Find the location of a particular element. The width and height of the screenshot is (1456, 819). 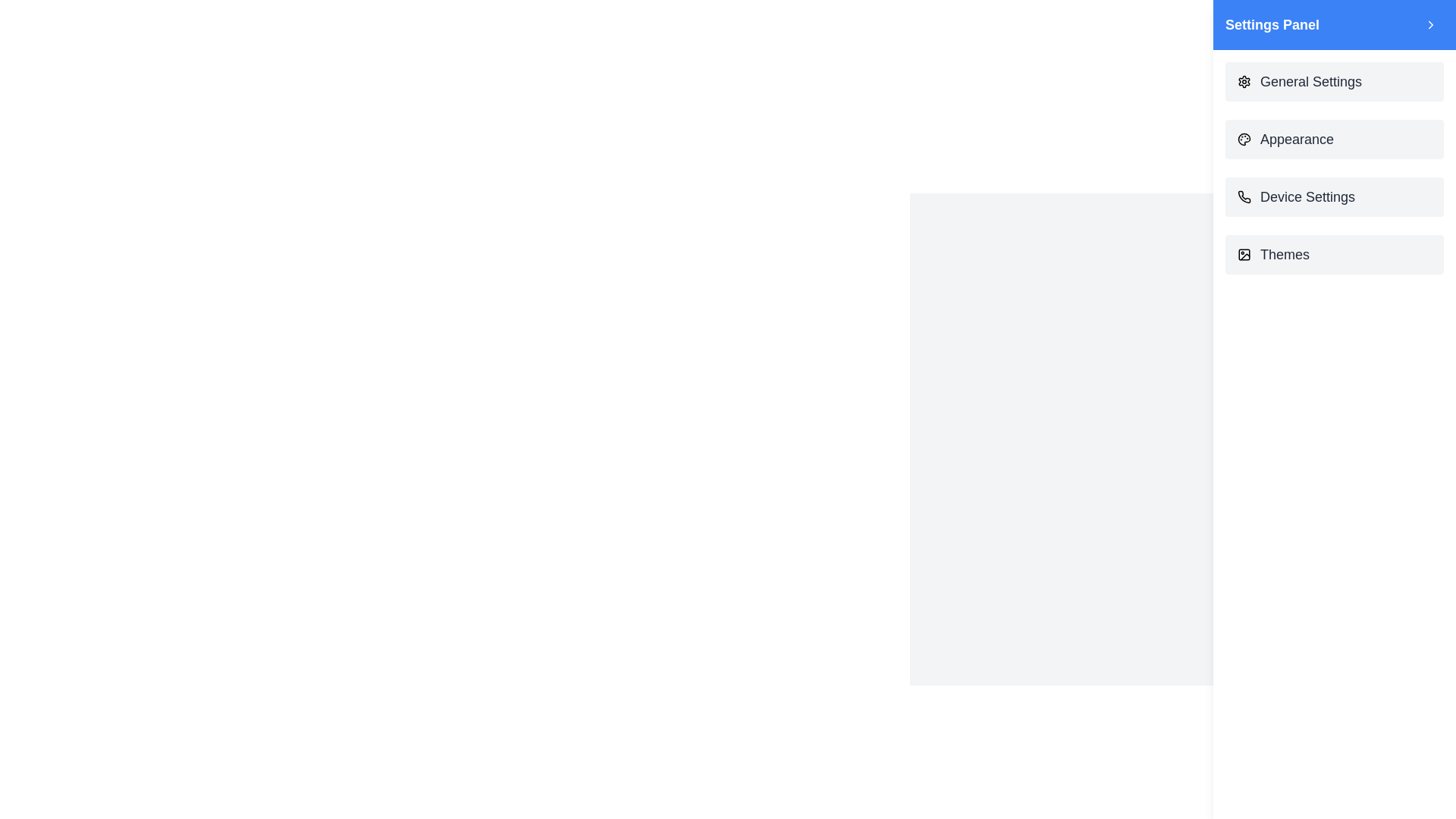

the 'Themes' Text Label located to the right of the icon in the last menu item of the 'Appearance' section in the right-side panel is located at coordinates (1284, 253).